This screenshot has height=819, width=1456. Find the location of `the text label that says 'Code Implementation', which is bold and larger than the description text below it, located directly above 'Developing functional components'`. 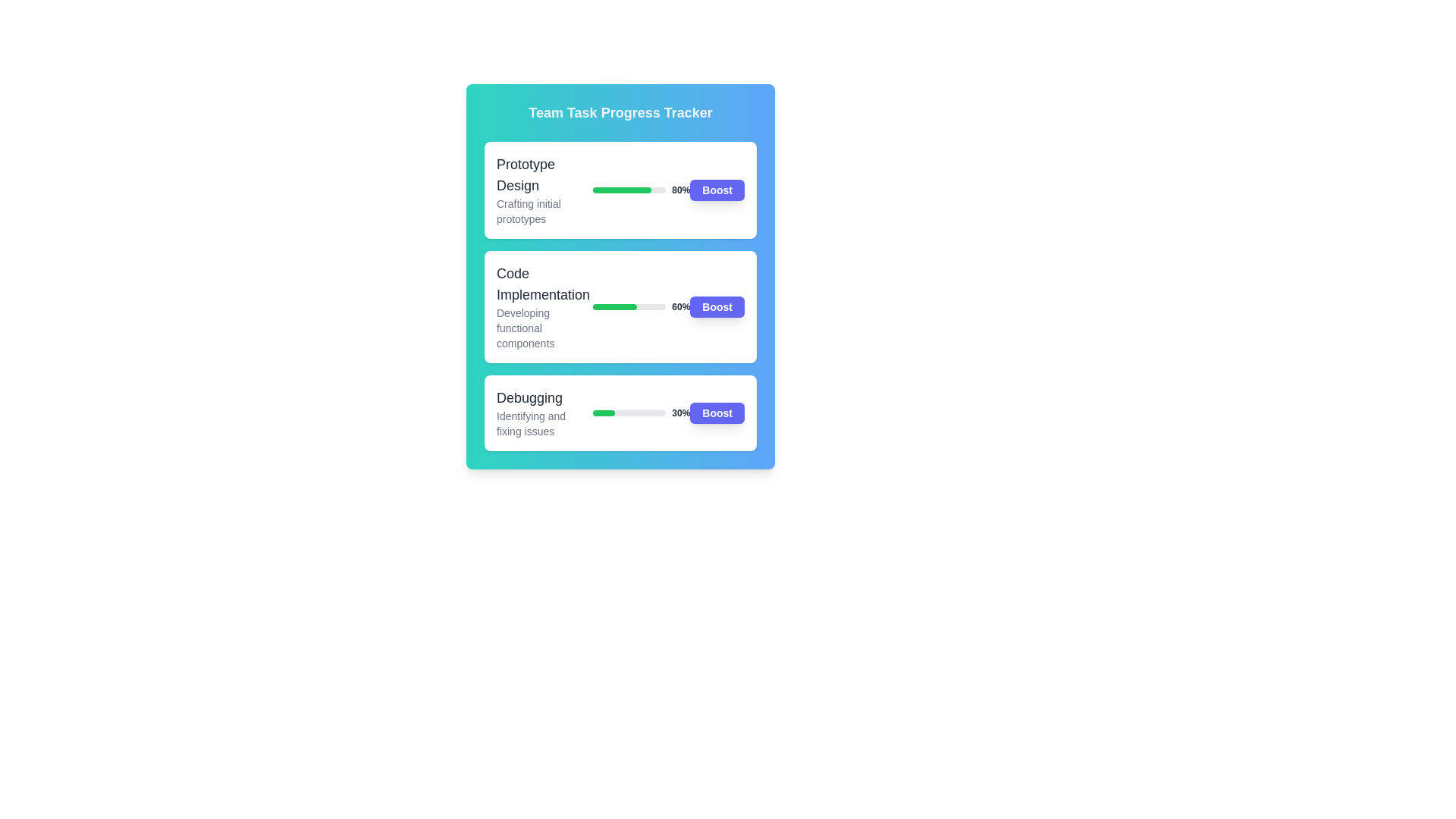

the text label that says 'Code Implementation', which is bold and larger than the description text below it, located directly above 'Developing functional components' is located at coordinates (544, 284).